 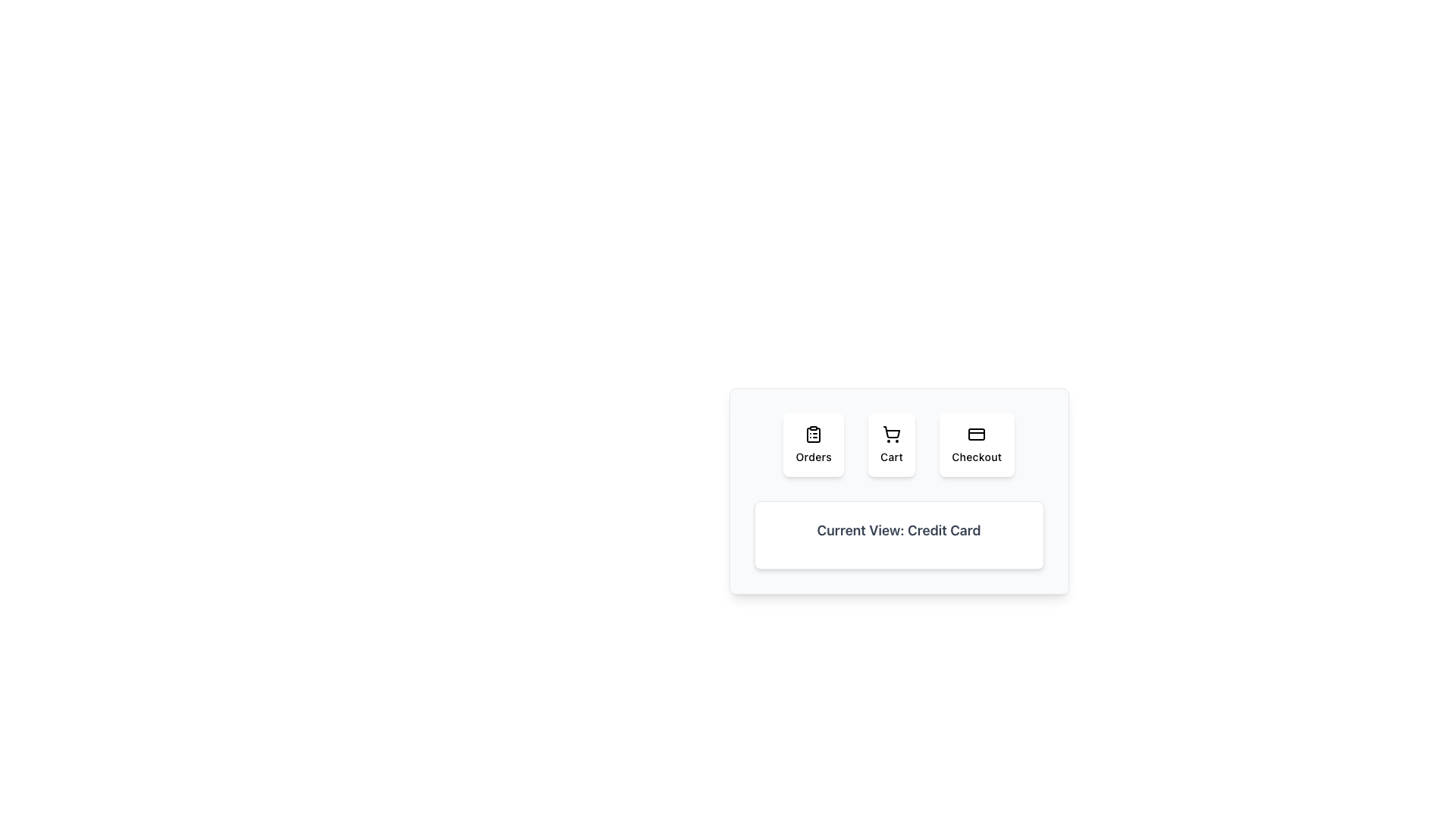 I want to click on the rectangular white button with rounded corners labeled 'Orders', so click(x=813, y=444).